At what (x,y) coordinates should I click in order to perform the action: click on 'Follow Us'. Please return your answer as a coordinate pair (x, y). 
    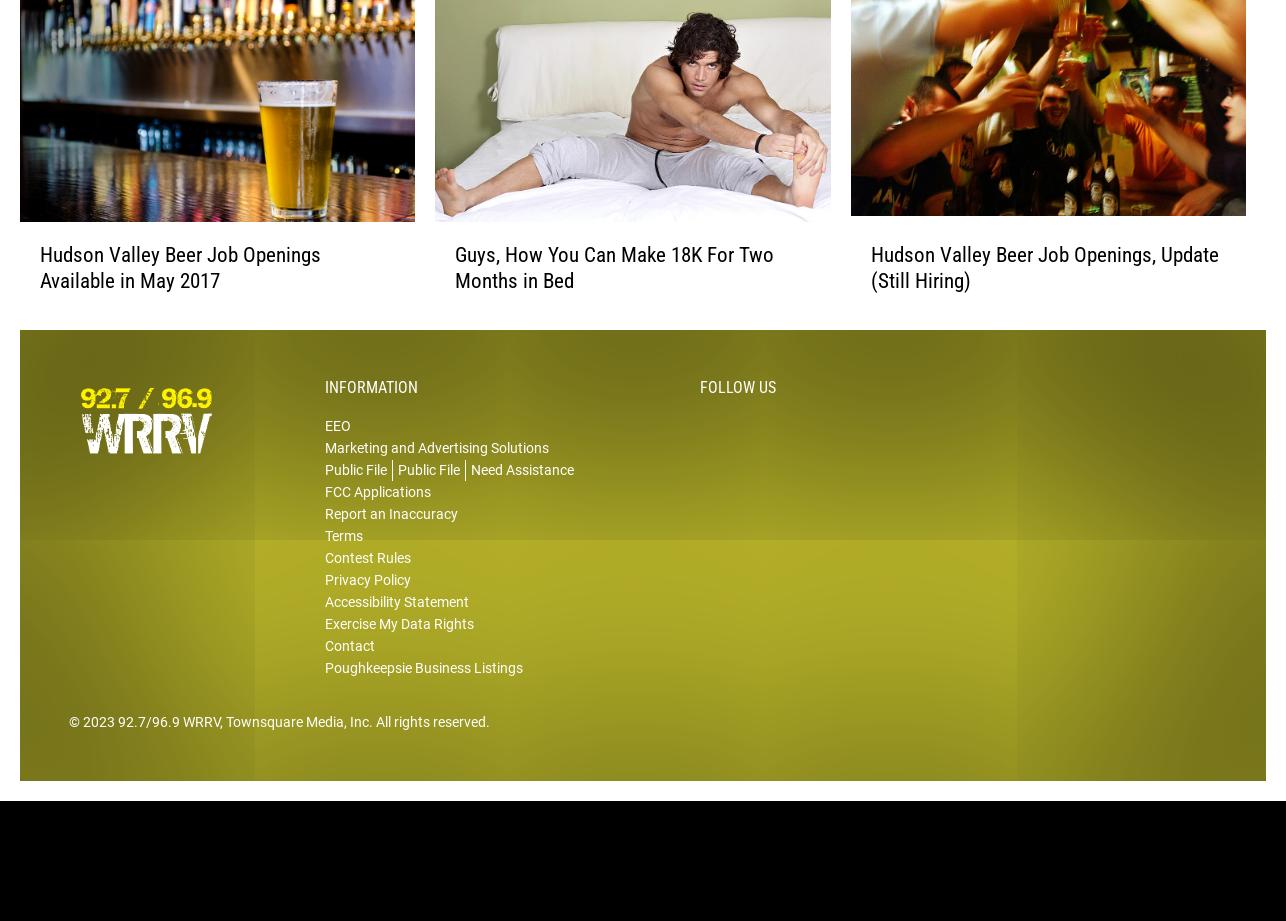
    Looking at the image, I should click on (738, 418).